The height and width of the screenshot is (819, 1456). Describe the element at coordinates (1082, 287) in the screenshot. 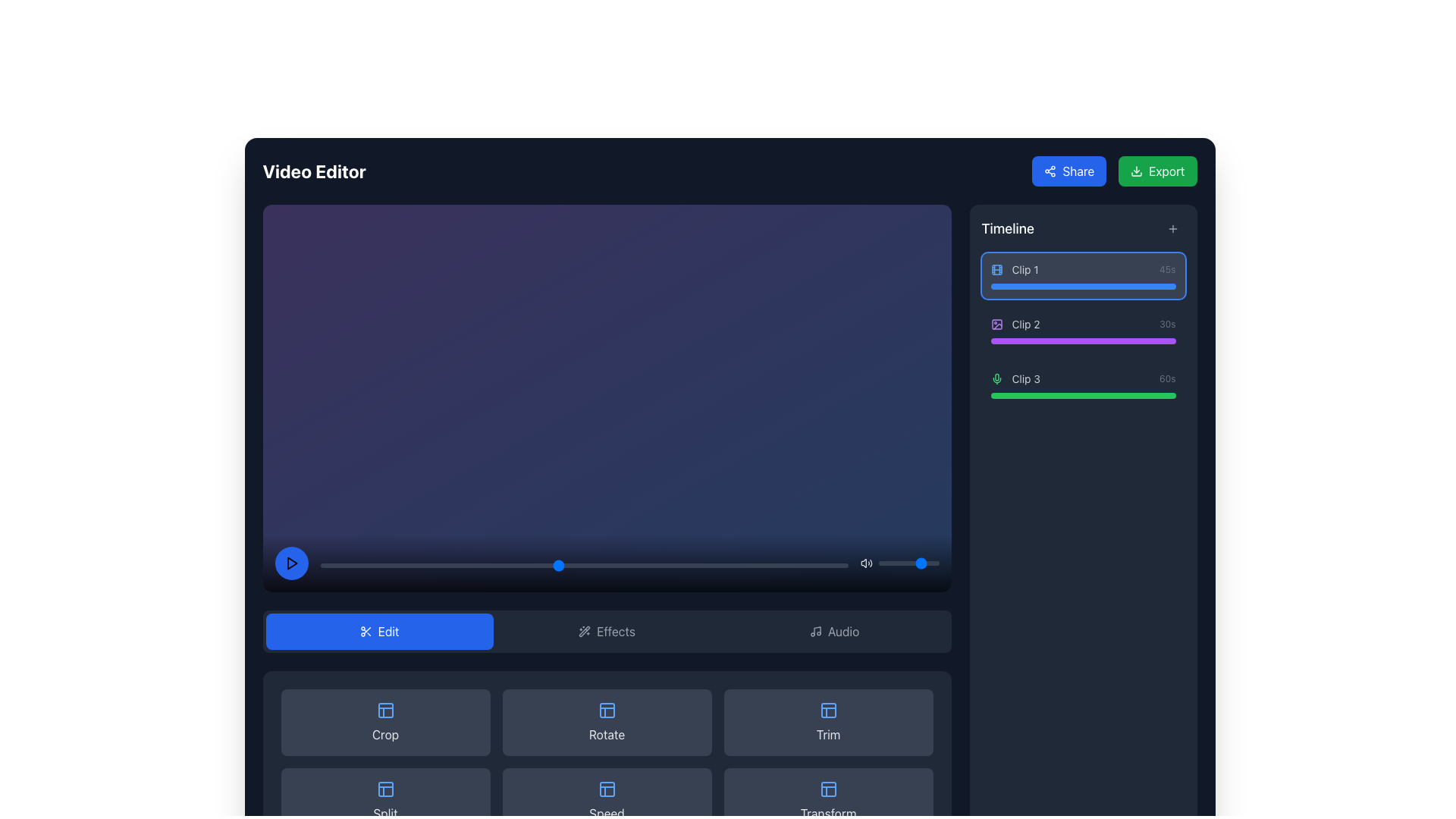

I see `the blue progress bar located in the timeline section, specifically under 'Clip 1' and '45s'` at that location.